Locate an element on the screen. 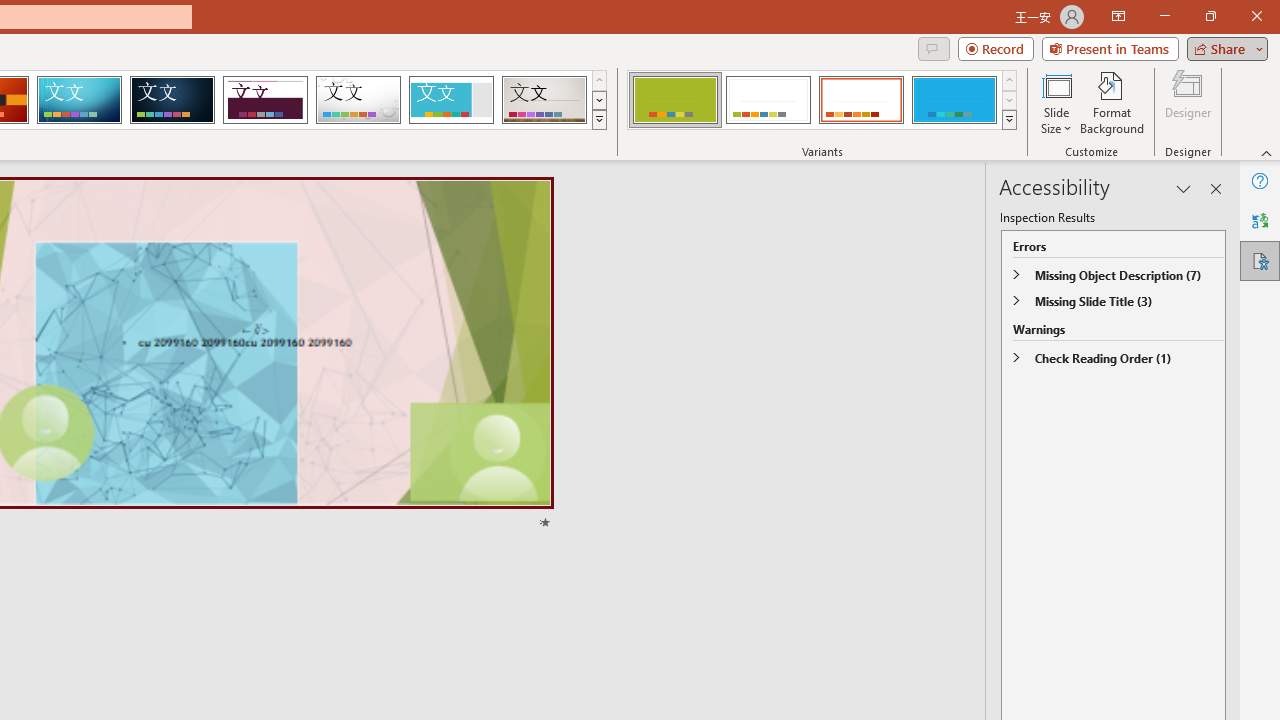 The height and width of the screenshot is (720, 1280). 'Basis Variant 3' is located at coordinates (861, 100).